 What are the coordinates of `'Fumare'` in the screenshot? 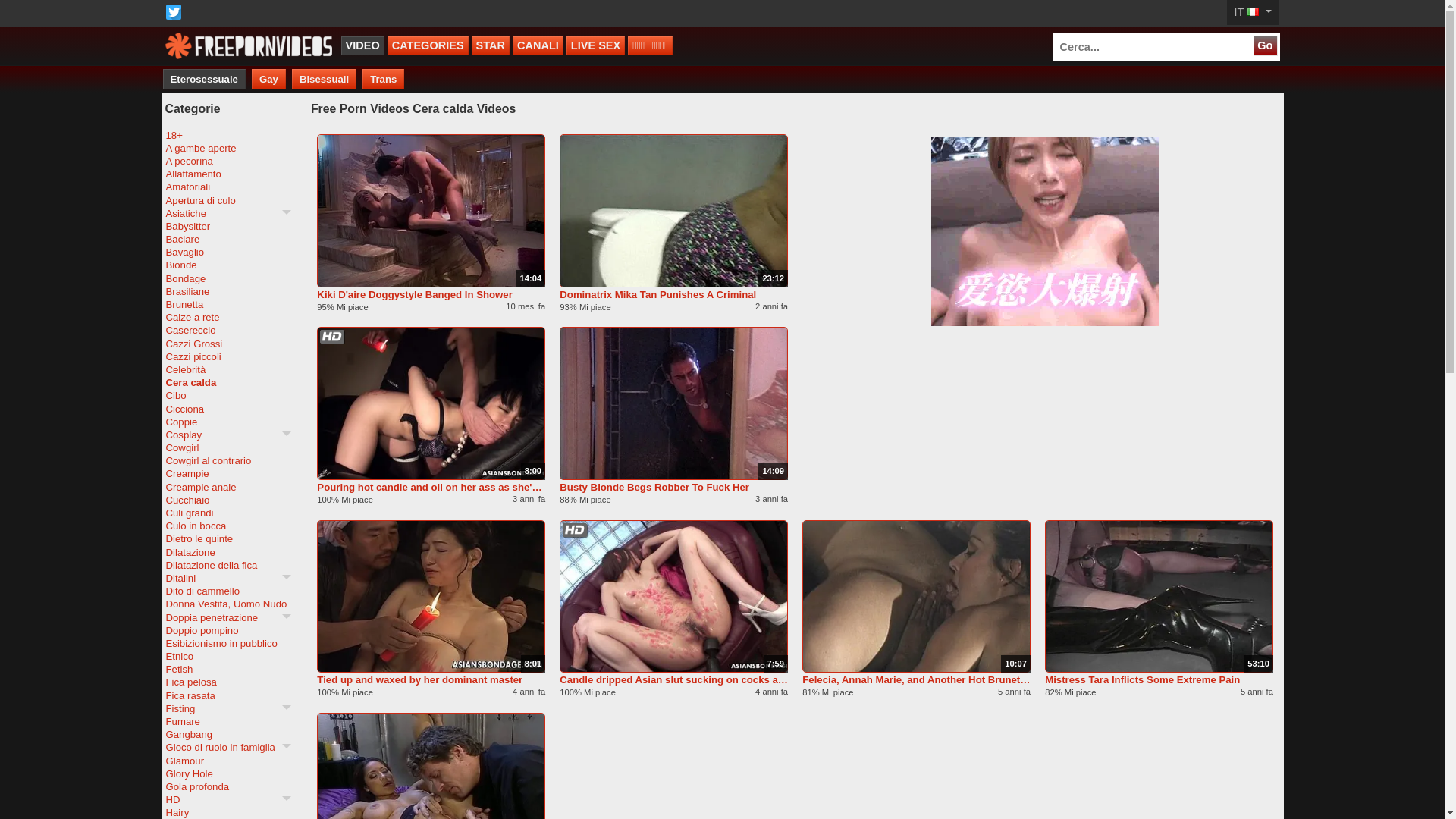 It's located at (227, 720).